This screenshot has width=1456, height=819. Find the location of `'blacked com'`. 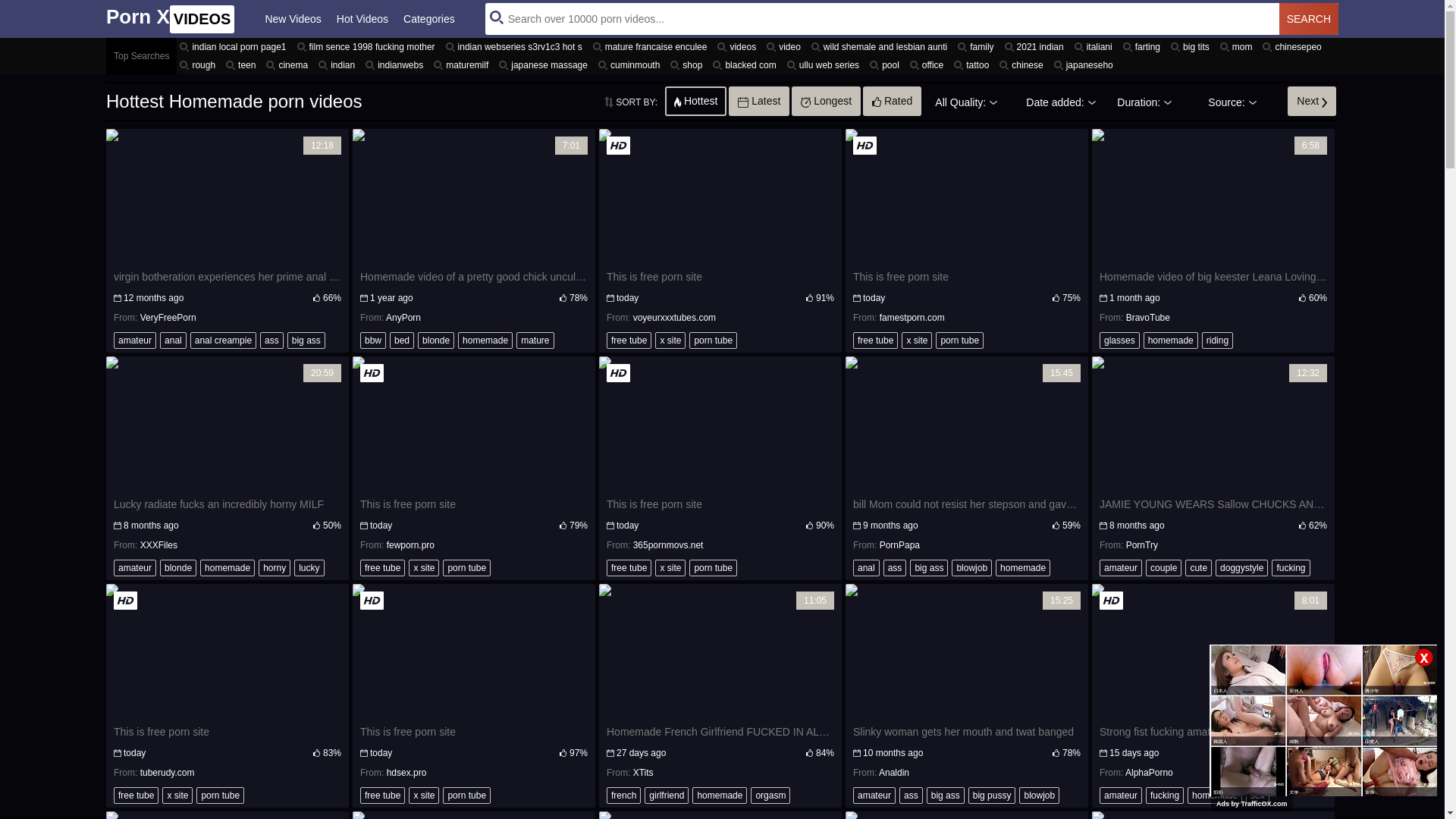

'blacked com' is located at coordinates (709, 64).